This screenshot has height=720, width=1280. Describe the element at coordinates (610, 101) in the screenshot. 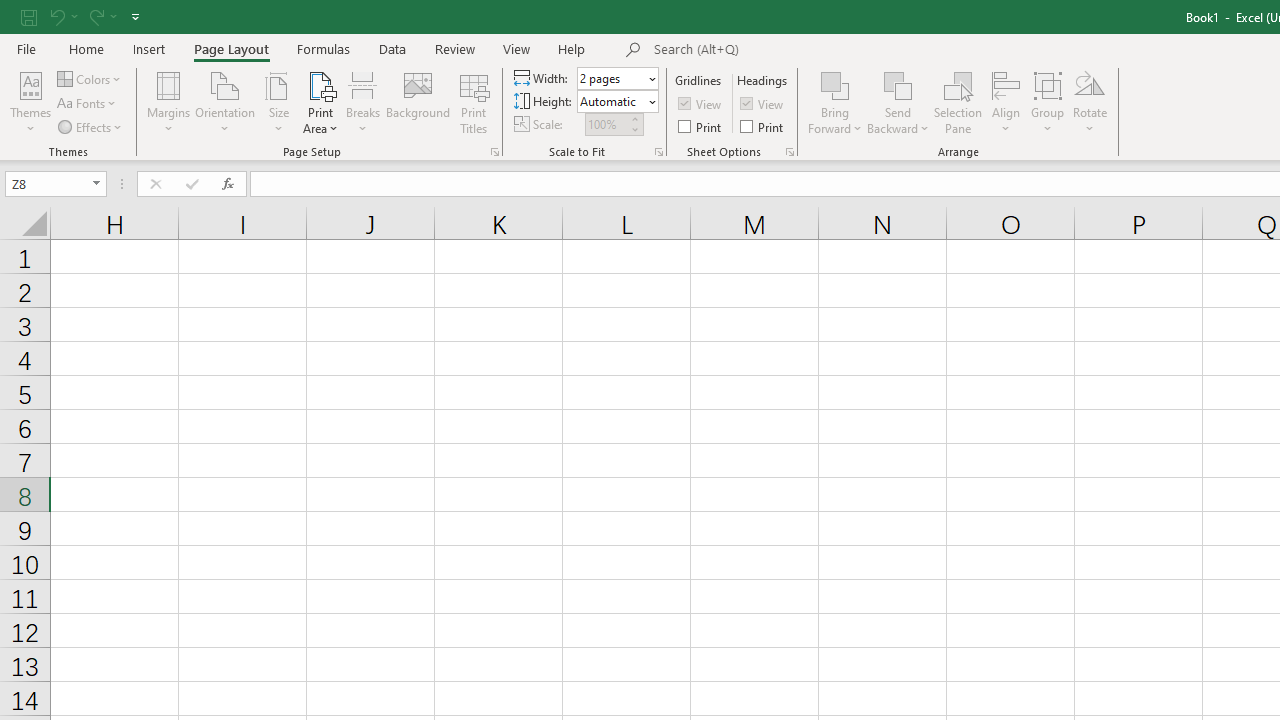

I see `'Height'` at that location.